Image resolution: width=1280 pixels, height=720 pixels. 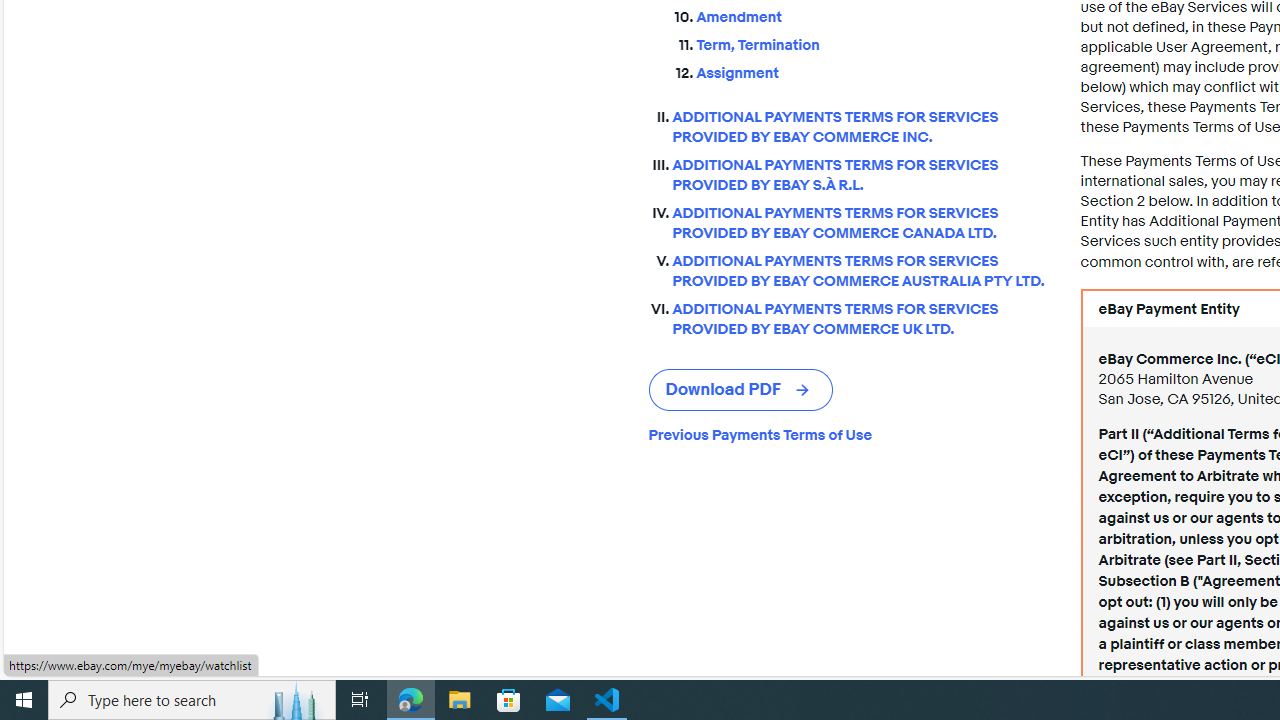 What do you see at coordinates (872, 72) in the screenshot?
I see `'Assignment'` at bounding box center [872, 72].